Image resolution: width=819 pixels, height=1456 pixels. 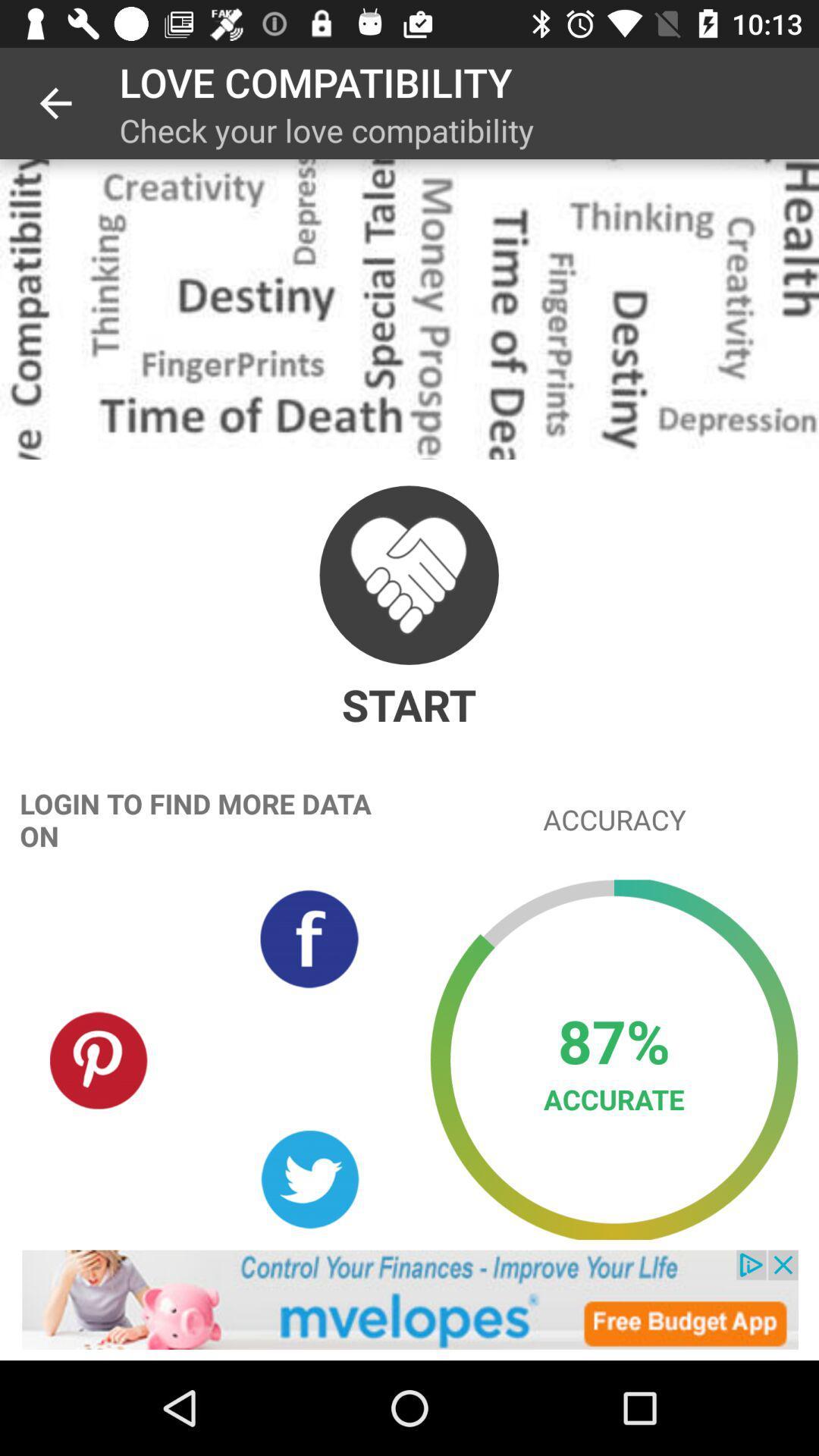 What do you see at coordinates (309, 1179) in the screenshot?
I see `the twitter icon` at bounding box center [309, 1179].